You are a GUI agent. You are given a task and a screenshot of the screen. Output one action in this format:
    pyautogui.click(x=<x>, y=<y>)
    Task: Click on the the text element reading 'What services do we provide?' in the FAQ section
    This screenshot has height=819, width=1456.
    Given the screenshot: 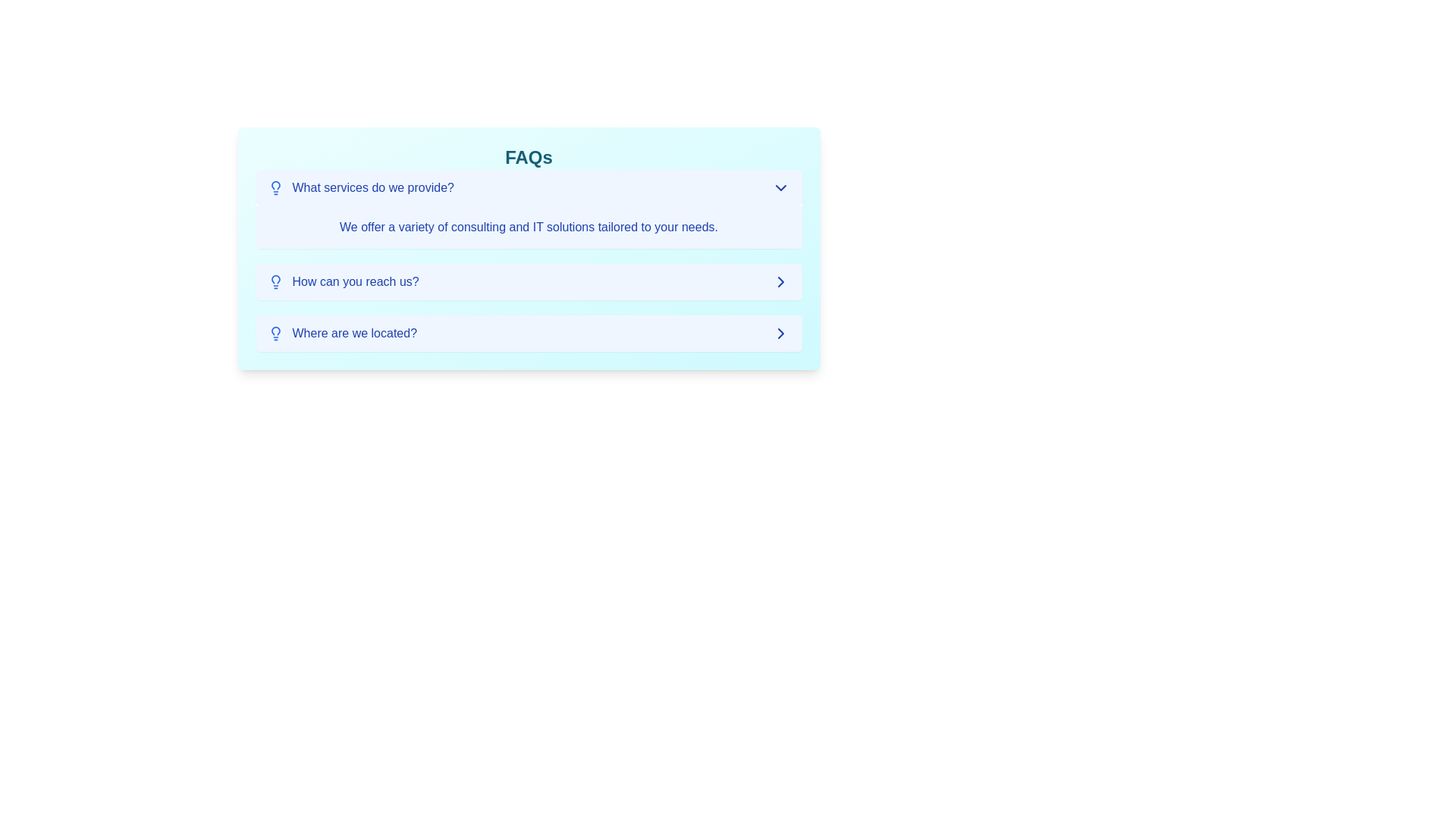 What is the action you would take?
    pyautogui.click(x=360, y=187)
    